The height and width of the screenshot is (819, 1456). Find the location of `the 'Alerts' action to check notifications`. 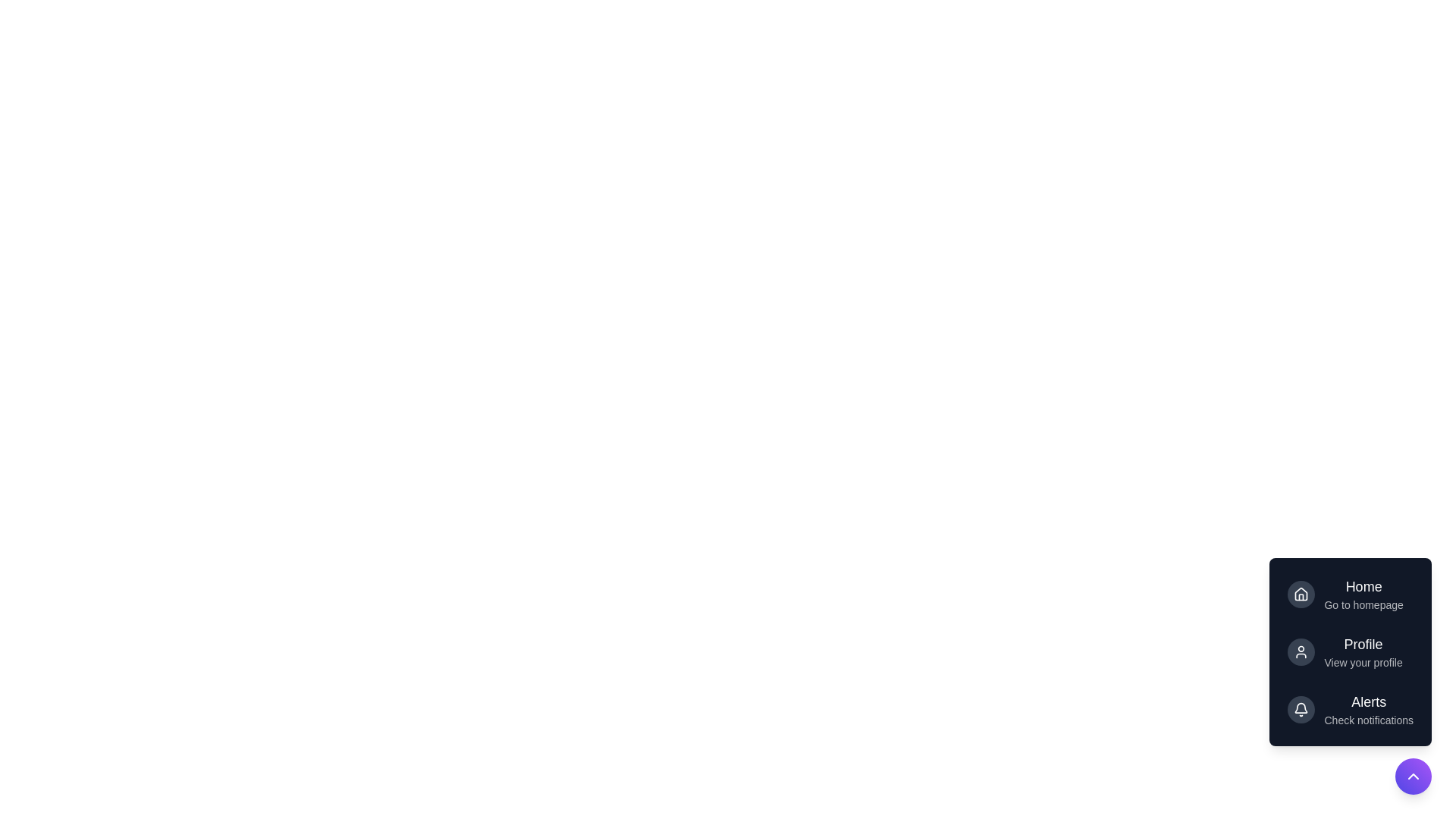

the 'Alerts' action to check notifications is located at coordinates (1369, 710).